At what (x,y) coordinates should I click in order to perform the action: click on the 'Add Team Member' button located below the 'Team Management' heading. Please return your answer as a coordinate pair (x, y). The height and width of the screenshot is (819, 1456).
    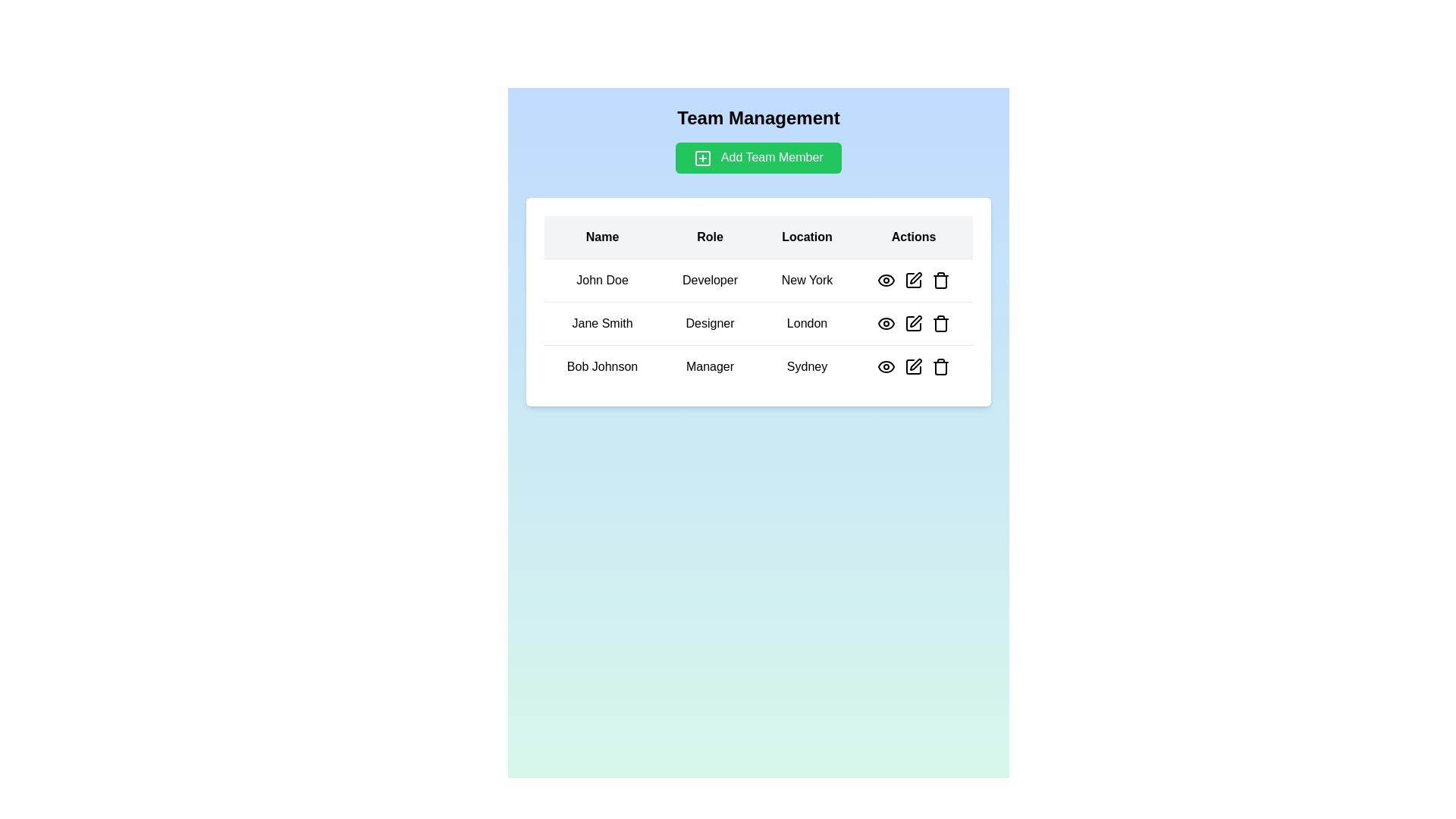
    Looking at the image, I should click on (758, 158).